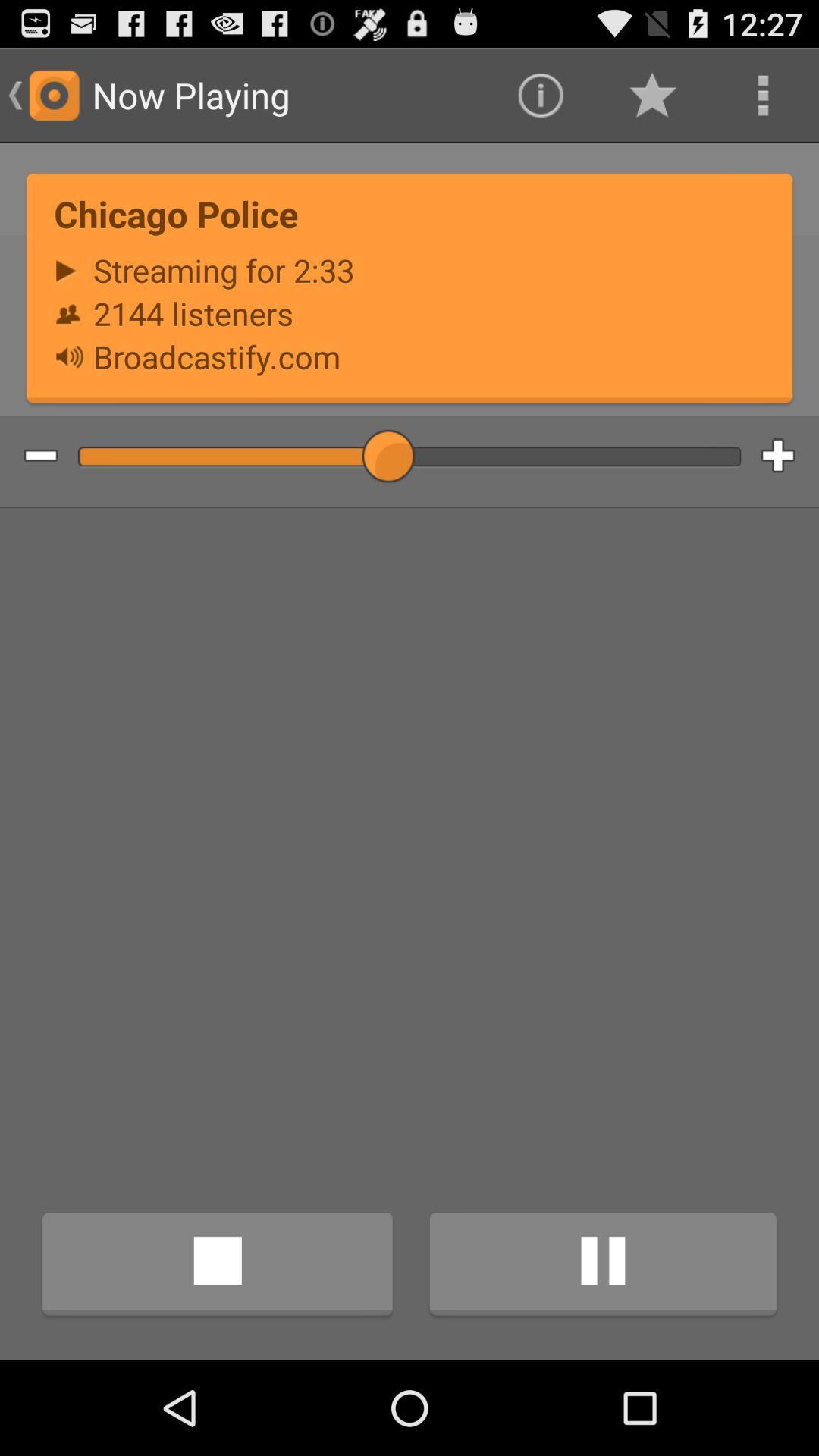 The height and width of the screenshot is (1456, 819). I want to click on go do add, so click(789, 456).